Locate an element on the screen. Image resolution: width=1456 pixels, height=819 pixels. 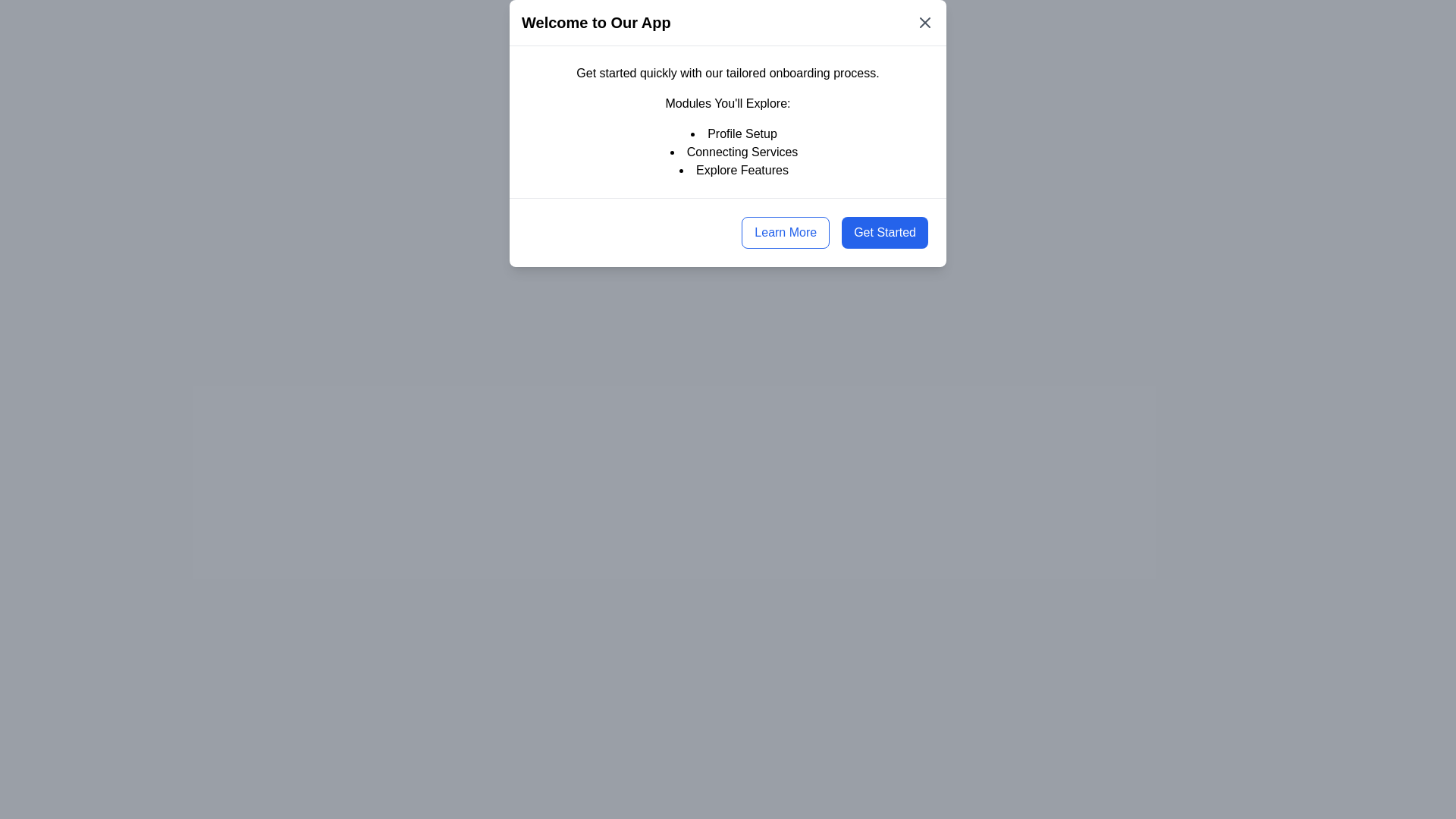
the close icon button resembling an 'X' at the top right corner of the modal dialog box is located at coordinates (924, 23).